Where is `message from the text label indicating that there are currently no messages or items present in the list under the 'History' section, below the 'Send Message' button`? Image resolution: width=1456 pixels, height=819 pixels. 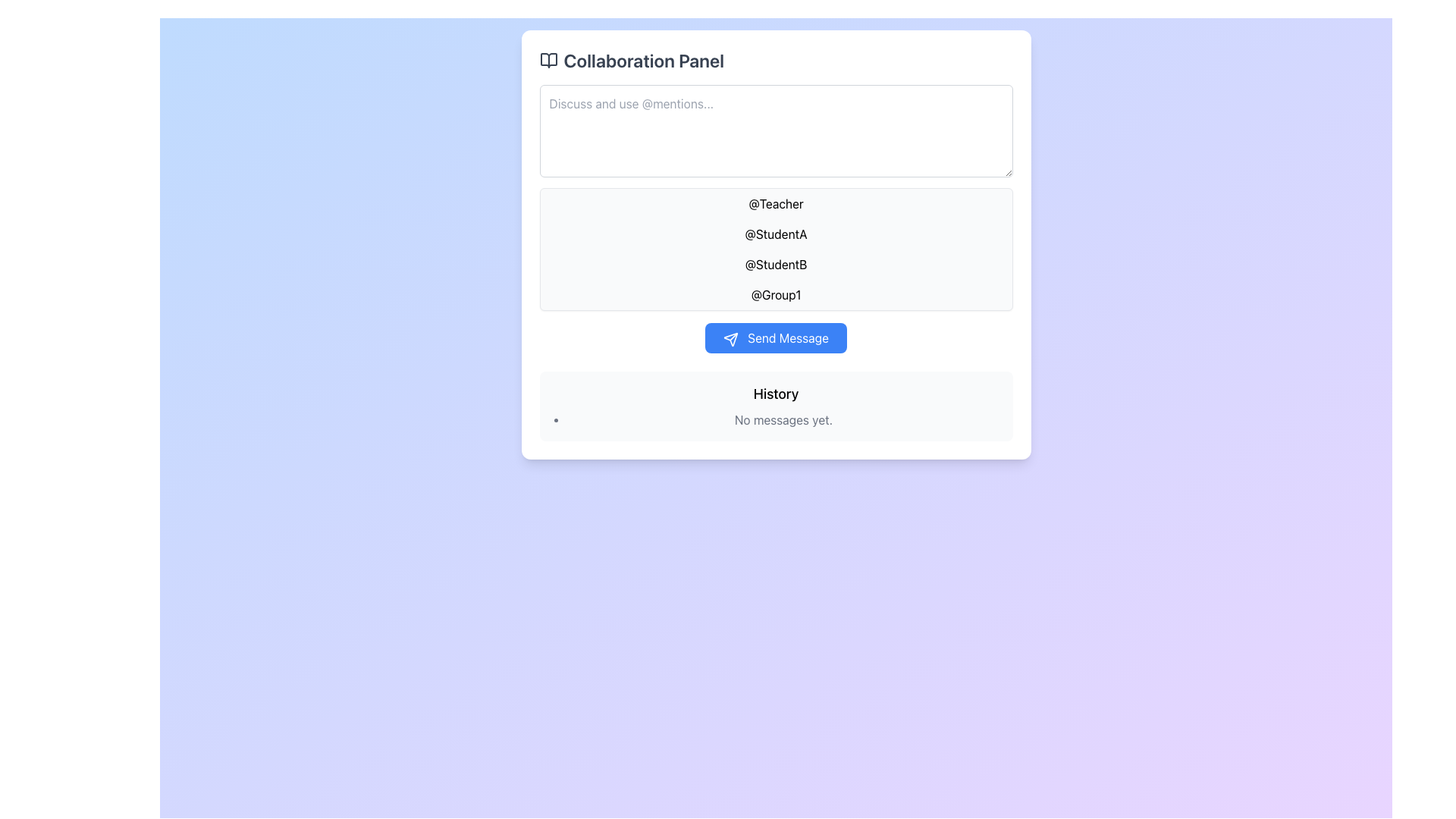
message from the text label indicating that there are currently no messages or items present in the list under the 'History' section, below the 'Send Message' button is located at coordinates (783, 420).